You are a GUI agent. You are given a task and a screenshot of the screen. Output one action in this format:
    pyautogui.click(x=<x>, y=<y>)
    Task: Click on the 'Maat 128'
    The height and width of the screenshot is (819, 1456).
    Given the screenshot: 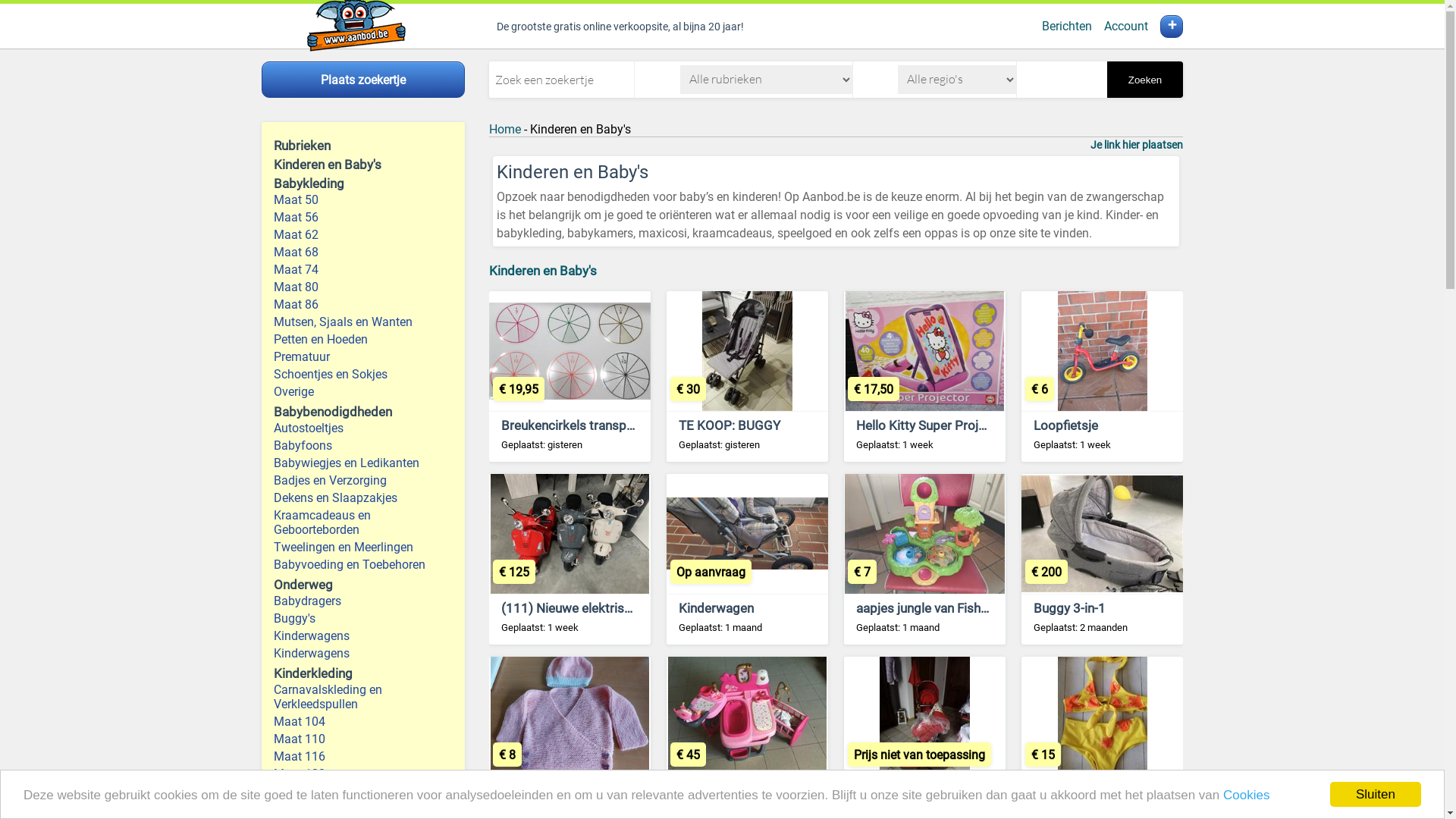 What is the action you would take?
    pyautogui.click(x=273, y=790)
    